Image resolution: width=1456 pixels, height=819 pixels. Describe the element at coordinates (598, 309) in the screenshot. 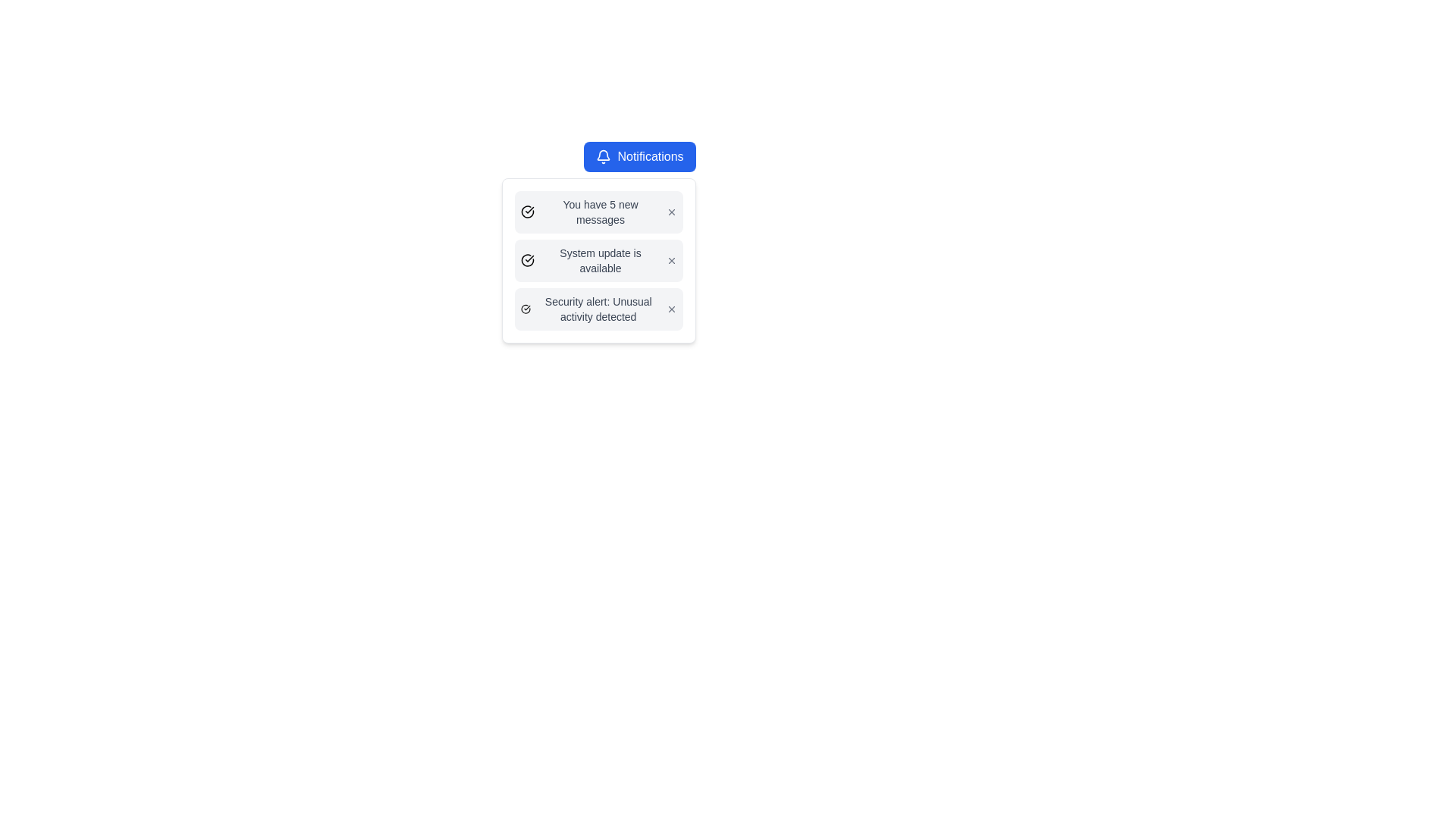

I see `text label displaying the alert message 'Security alert: Unusual activity detected' which is located inside the third notification card in the interface` at that location.